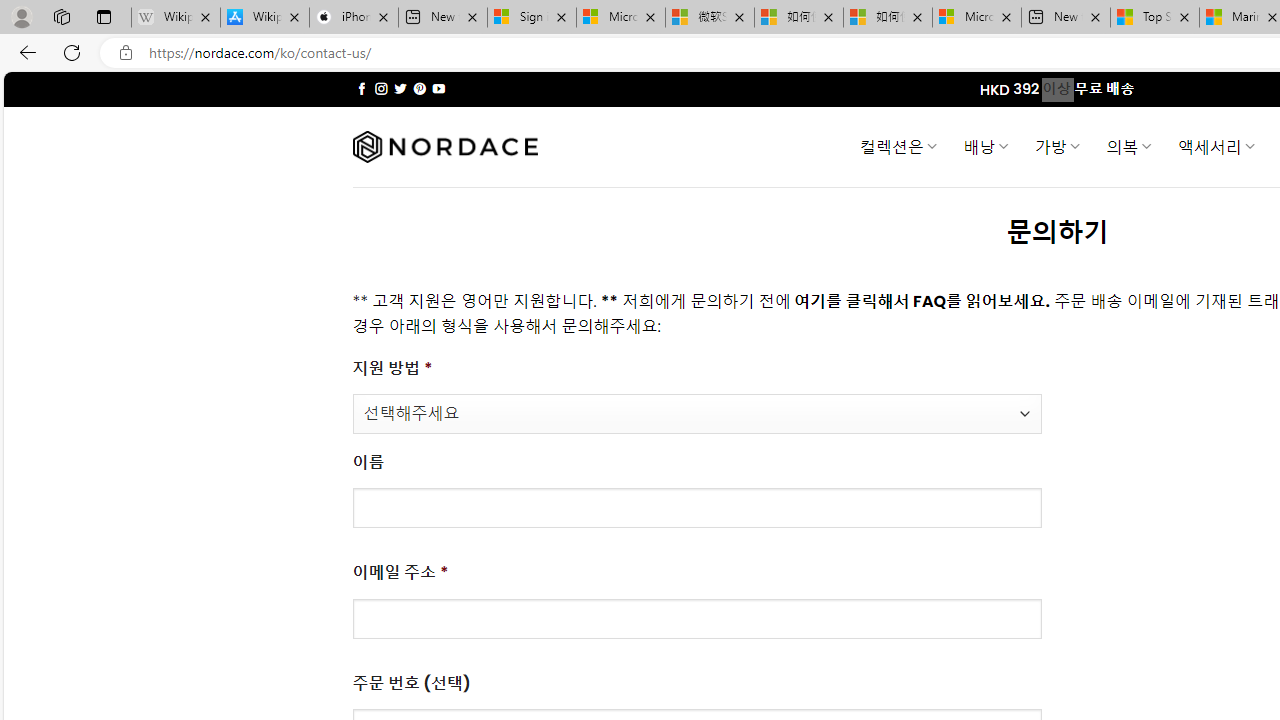 Image resolution: width=1280 pixels, height=720 pixels. What do you see at coordinates (977, 17) in the screenshot?
I see `'Microsoft account | Account Checkup'` at bounding box center [977, 17].